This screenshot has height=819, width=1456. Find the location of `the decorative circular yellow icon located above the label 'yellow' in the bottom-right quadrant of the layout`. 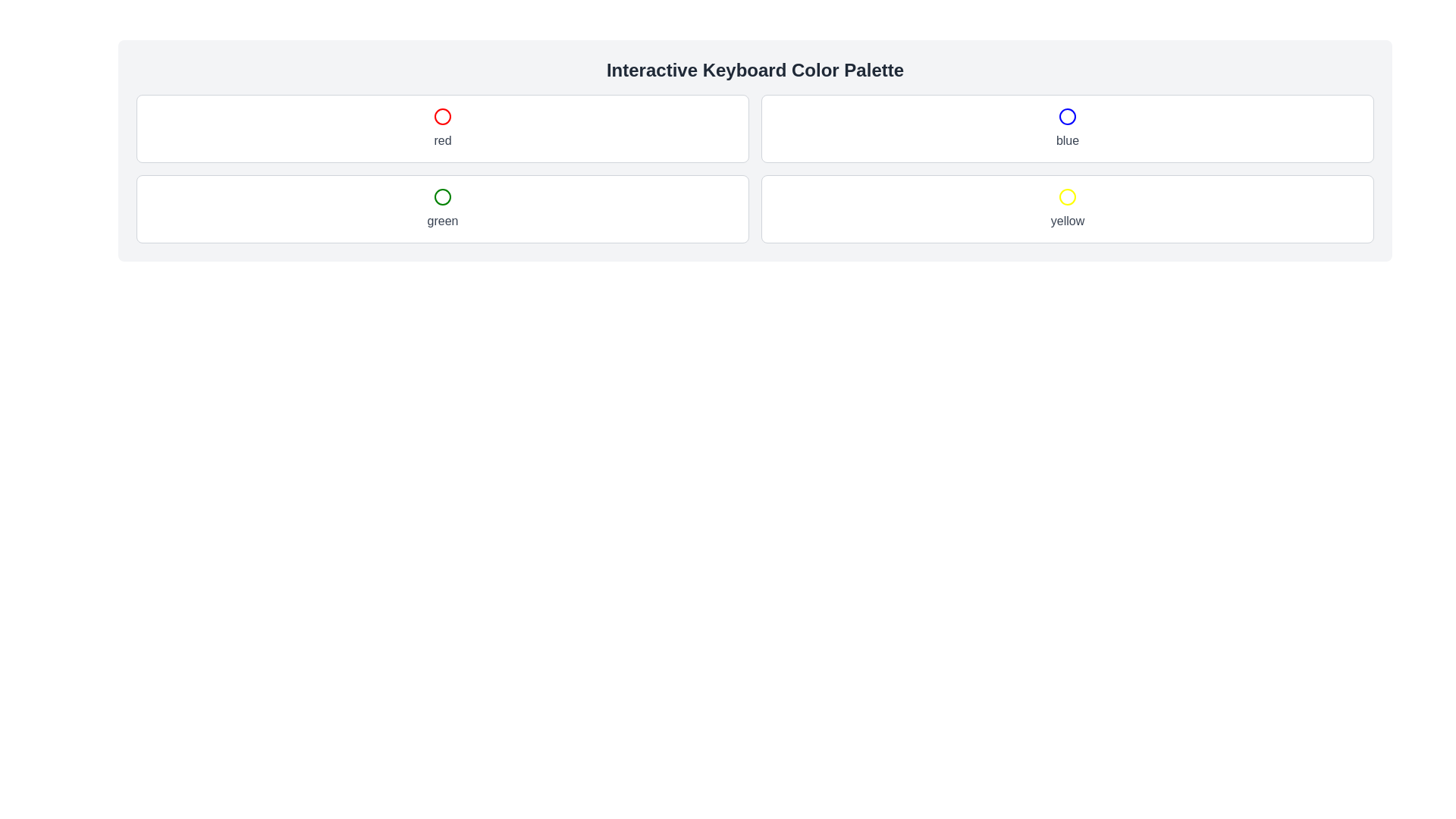

the decorative circular yellow icon located above the label 'yellow' in the bottom-right quadrant of the layout is located at coordinates (1066, 196).